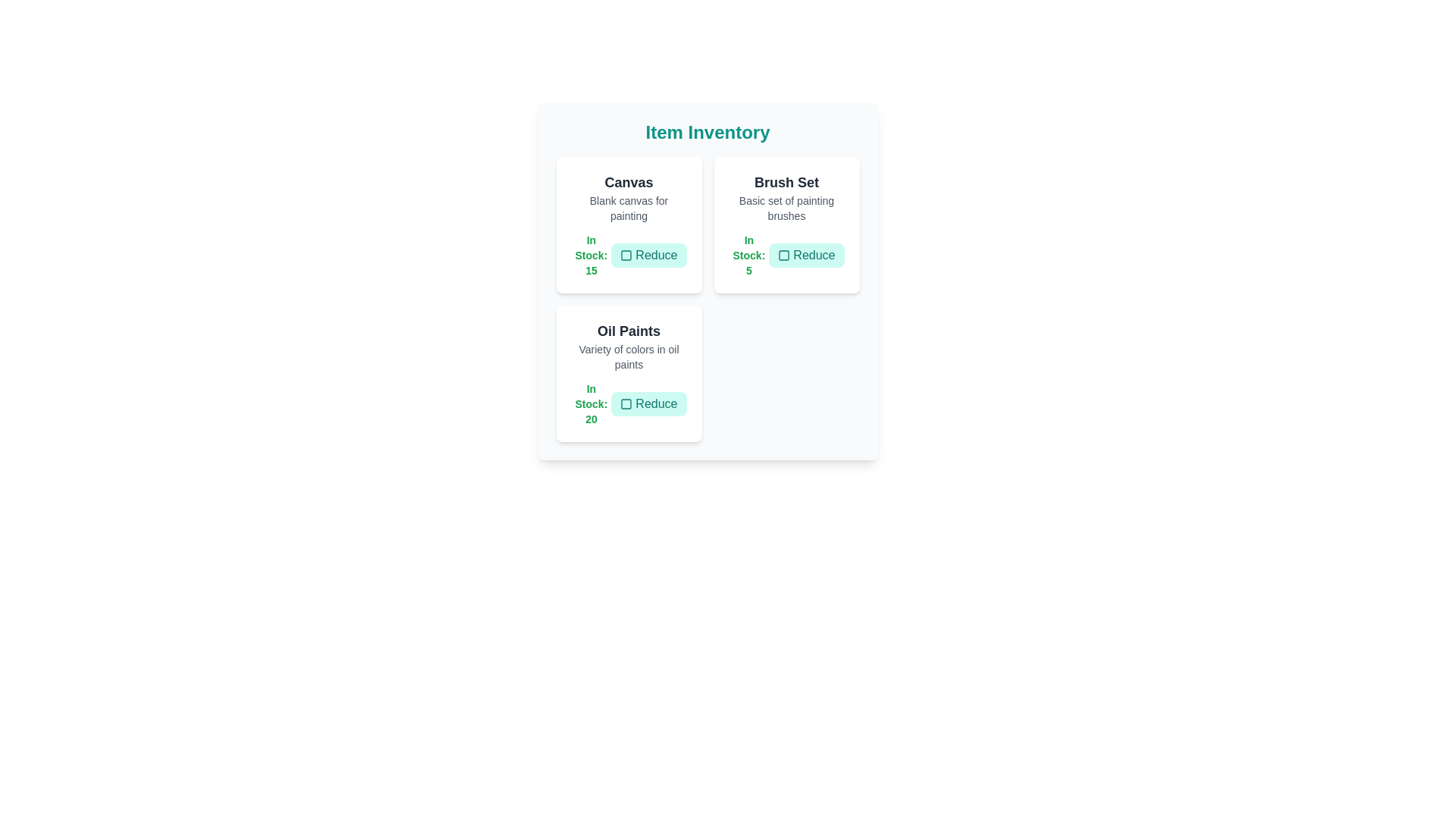 This screenshot has width=1456, height=819. What do you see at coordinates (805, 254) in the screenshot?
I see `'Reduce' button for the item Brush Set` at bounding box center [805, 254].